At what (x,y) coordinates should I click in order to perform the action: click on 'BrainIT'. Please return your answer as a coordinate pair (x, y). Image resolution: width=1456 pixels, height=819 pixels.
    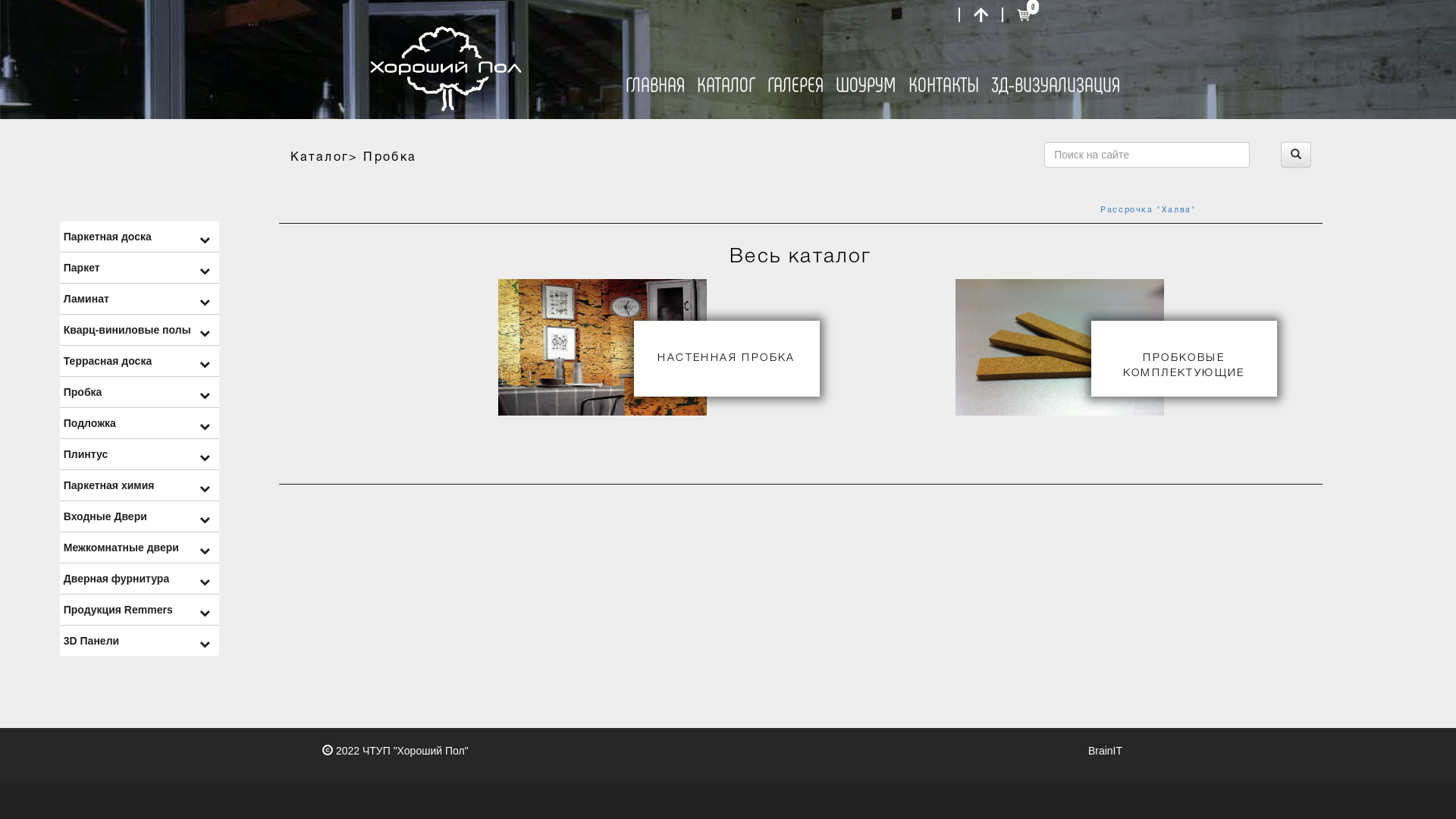
    Looking at the image, I should click on (1105, 751).